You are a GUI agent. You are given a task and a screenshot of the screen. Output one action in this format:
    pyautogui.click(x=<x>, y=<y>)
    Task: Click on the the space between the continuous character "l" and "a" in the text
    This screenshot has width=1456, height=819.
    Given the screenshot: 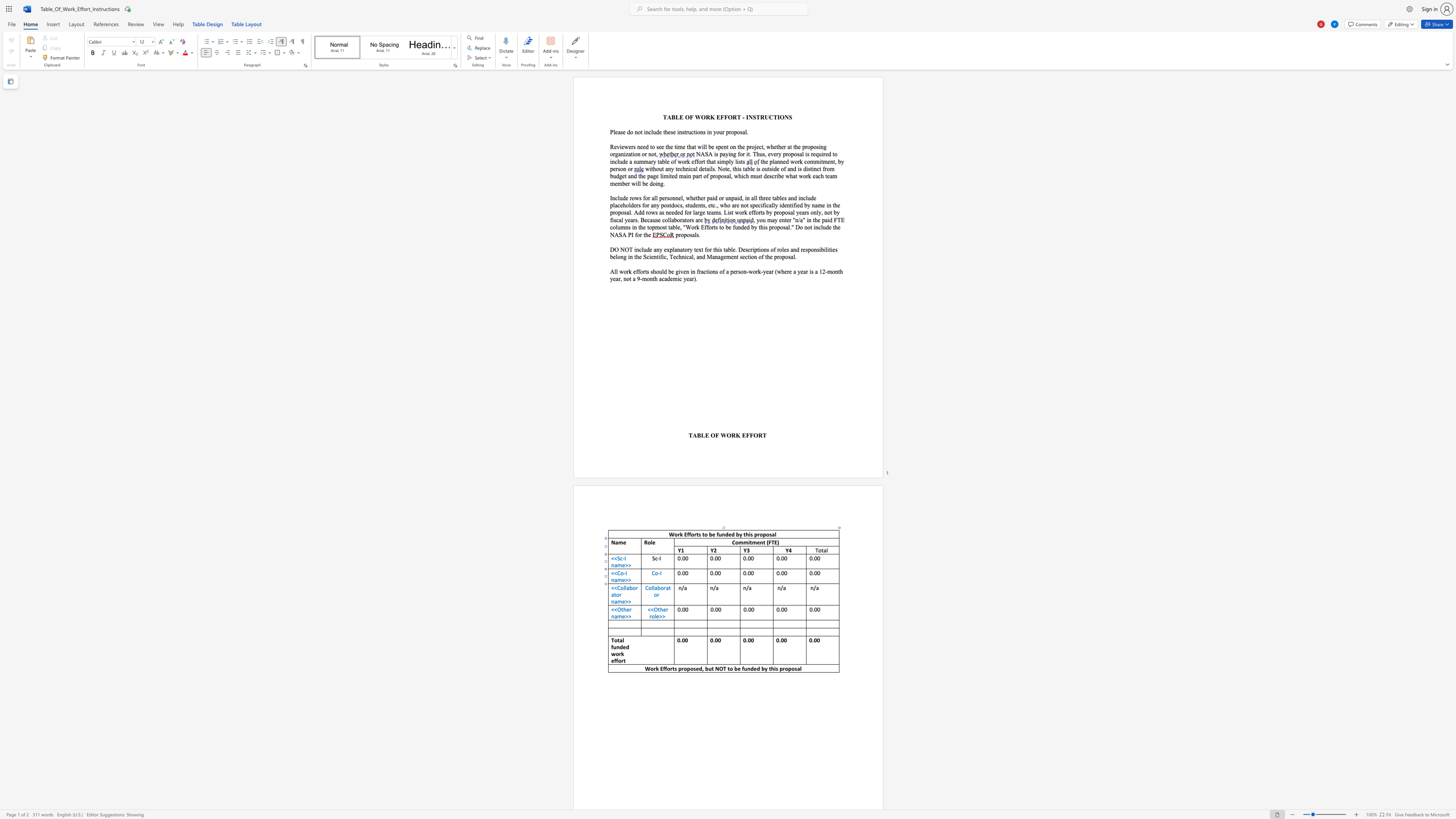 What is the action you would take?
    pyautogui.click(x=654, y=587)
    